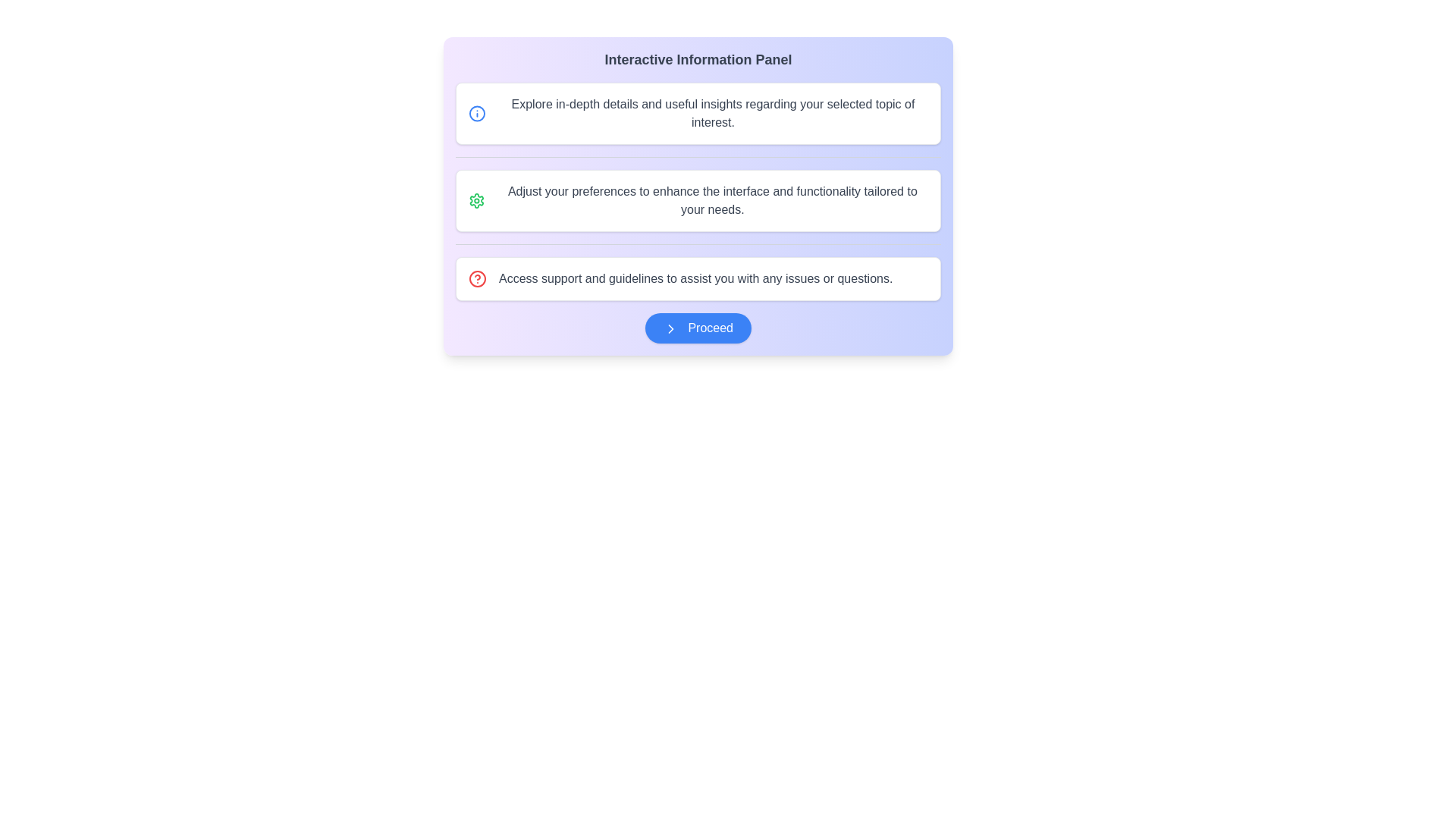 The width and height of the screenshot is (1456, 819). Describe the element at coordinates (698, 113) in the screenshot. I see `the first Informational Card in the Interactive Information Panel, which features a blue circular information icon and gray text stating 'Explore in-depth details and useful insights regarding your selected topic of interest.'` at that location.